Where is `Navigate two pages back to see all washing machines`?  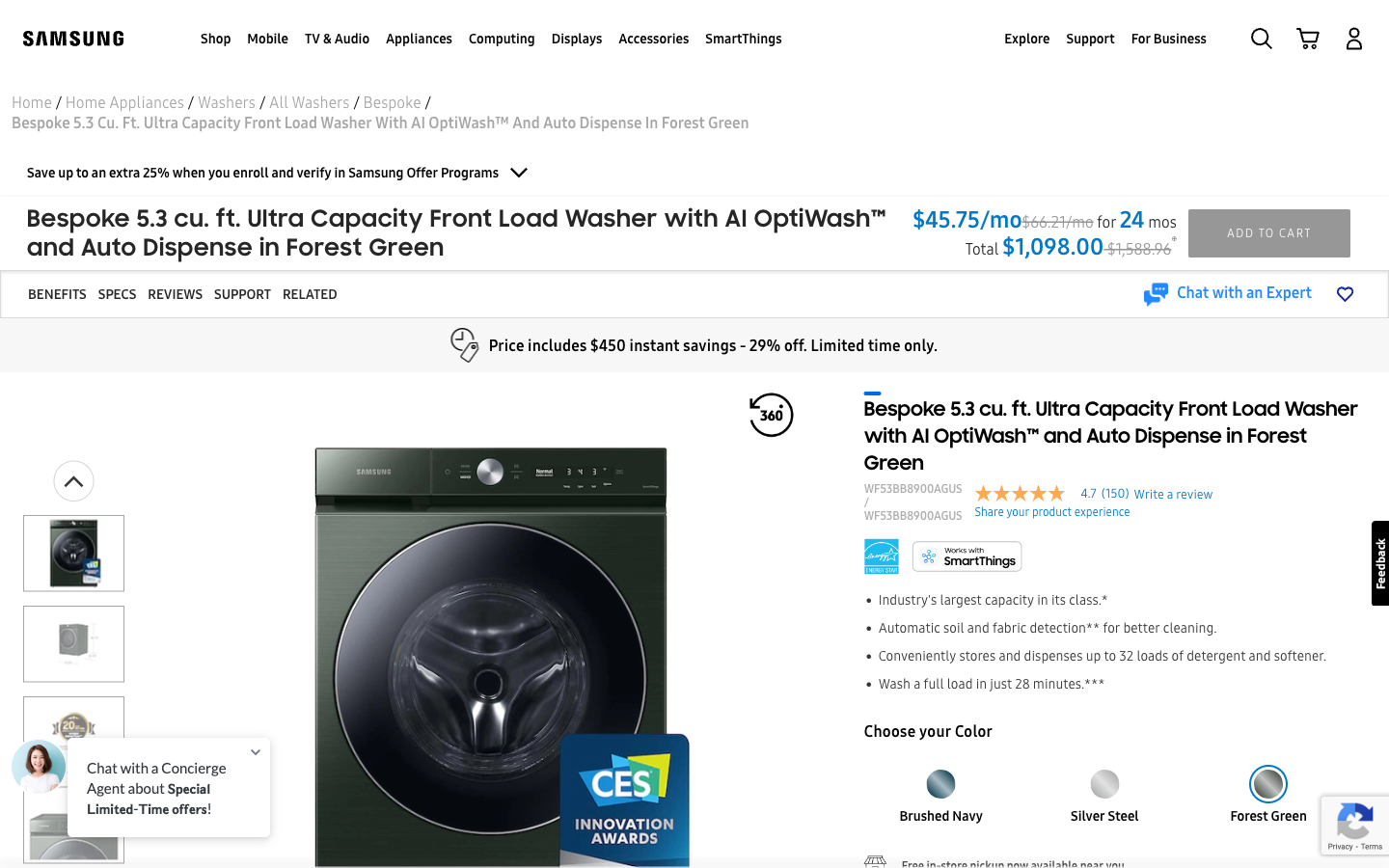
Navigate two pages back to see all washing machines is located at coordinates (227, 101).